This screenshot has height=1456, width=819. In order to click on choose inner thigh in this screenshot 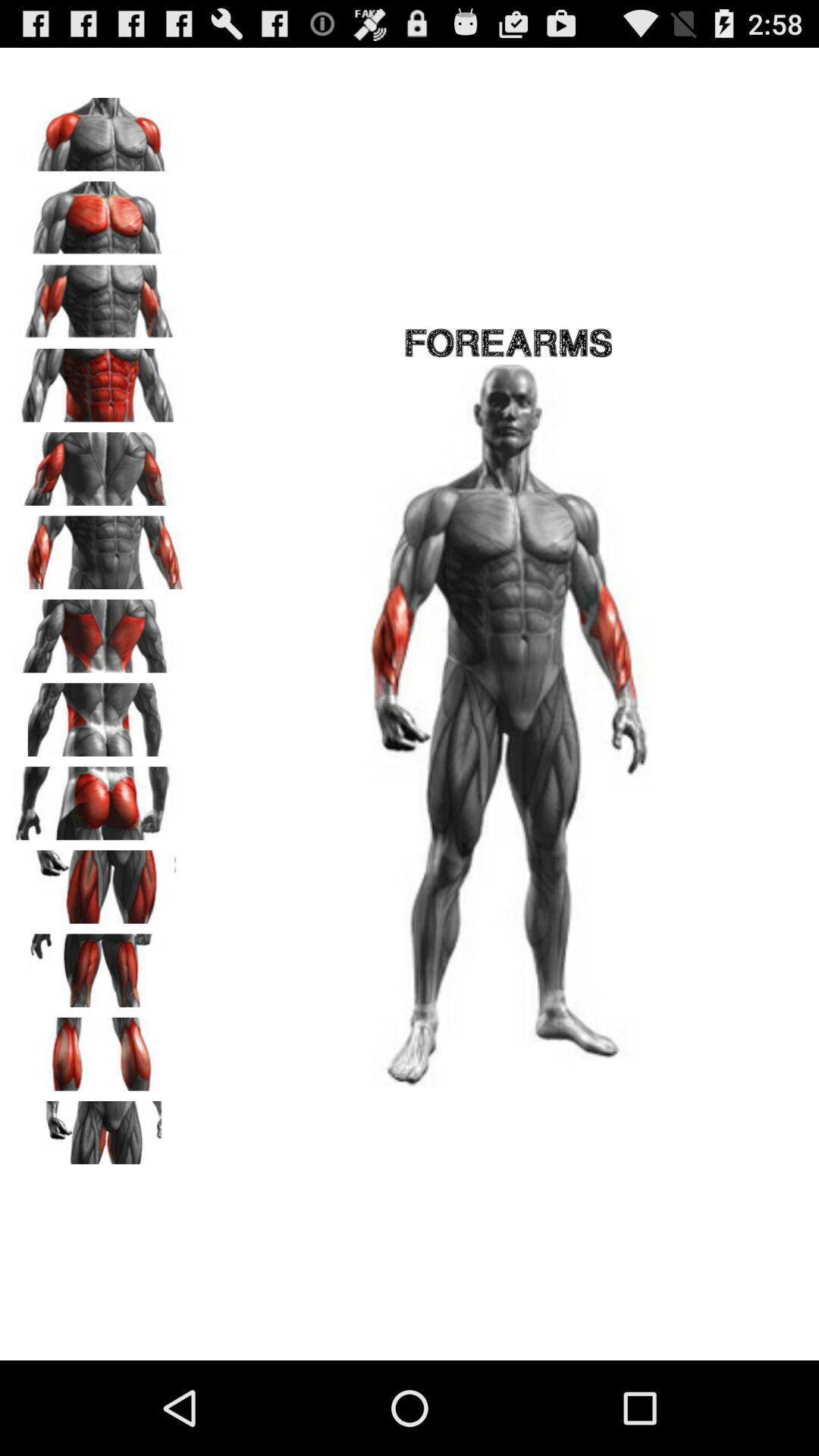, I will do `click(99, 1132)`.